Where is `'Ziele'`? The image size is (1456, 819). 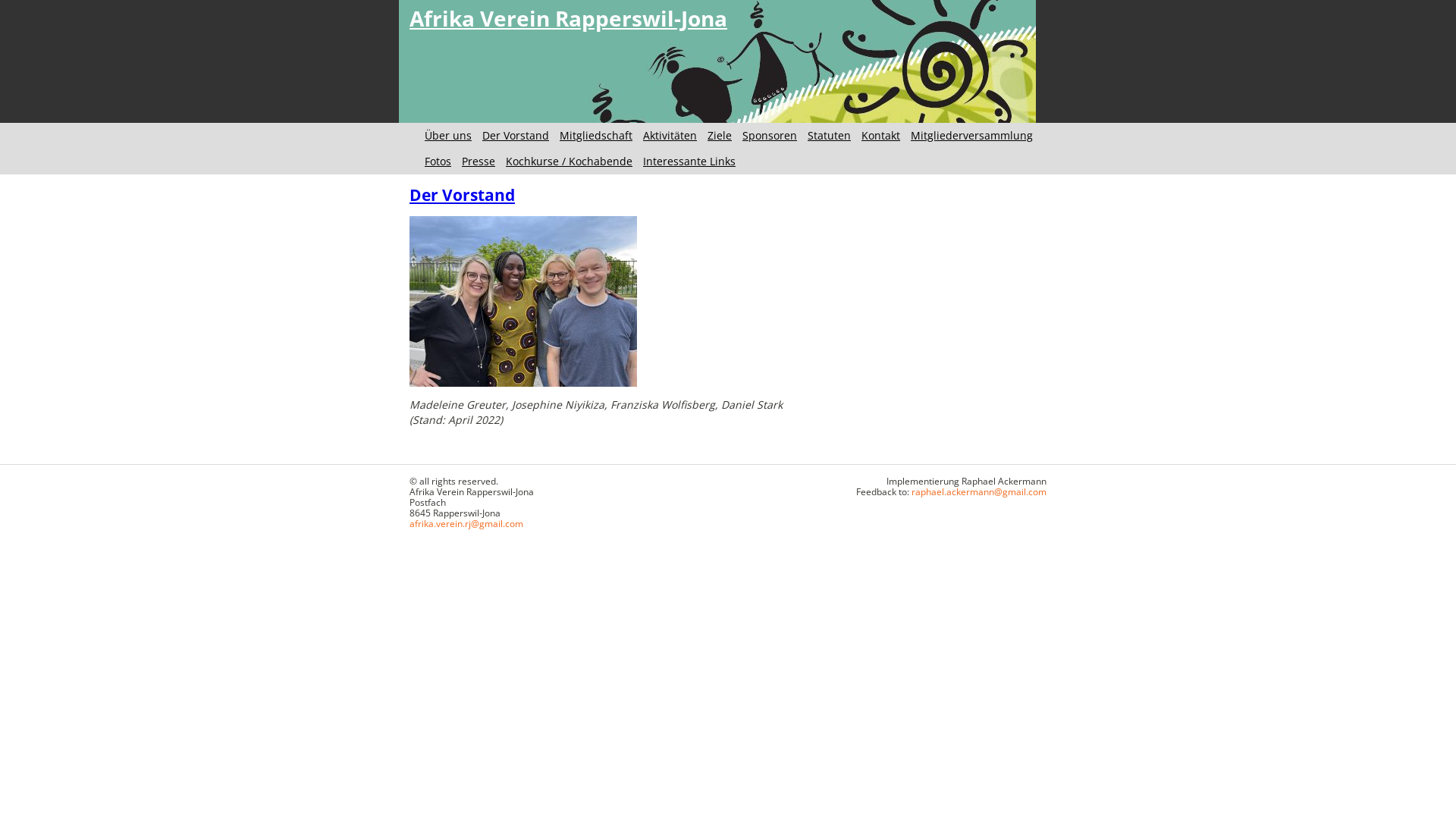 'Ziele' is located at coordinates (719, 134).